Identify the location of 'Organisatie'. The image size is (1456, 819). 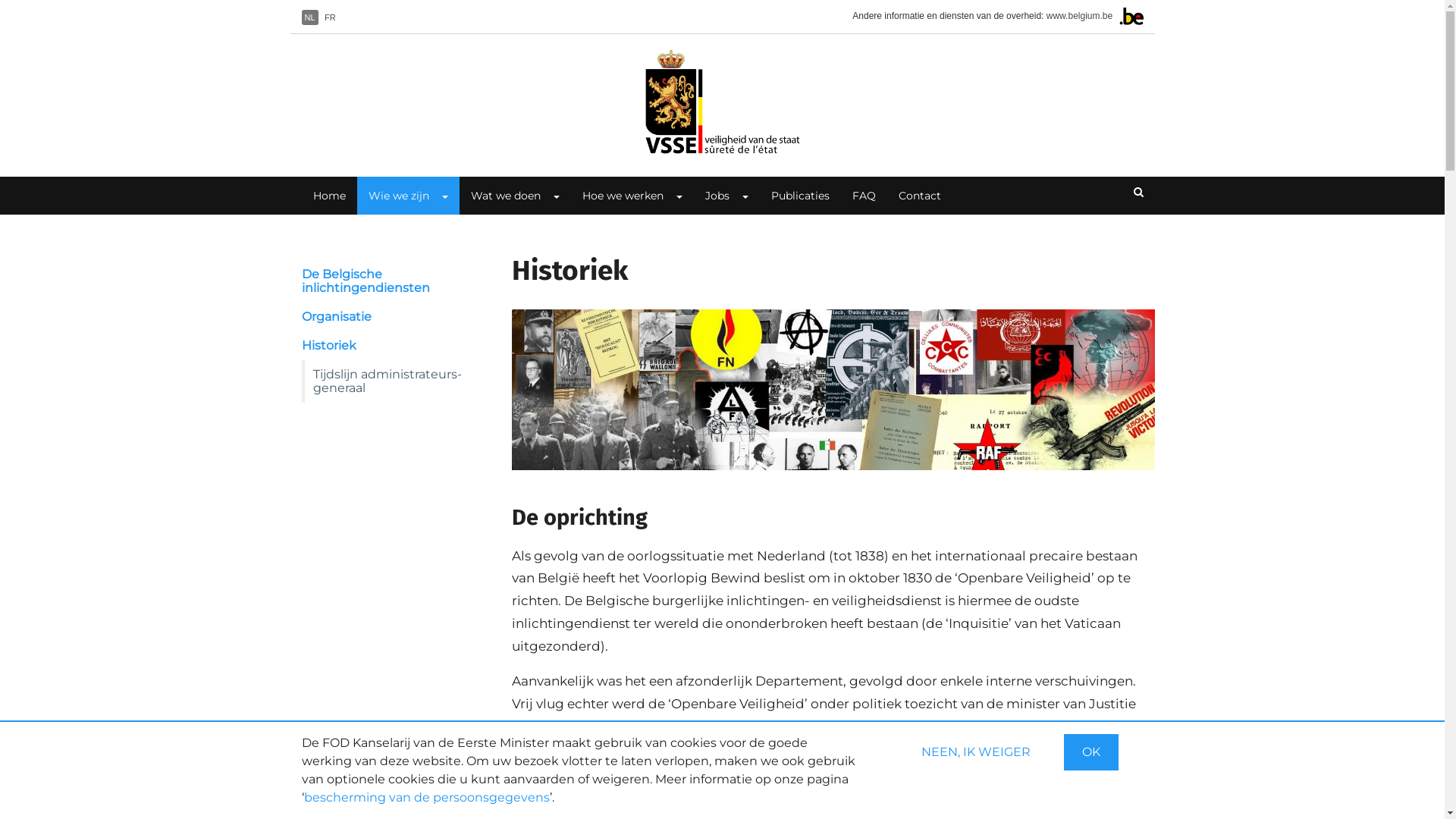
(389, 315).